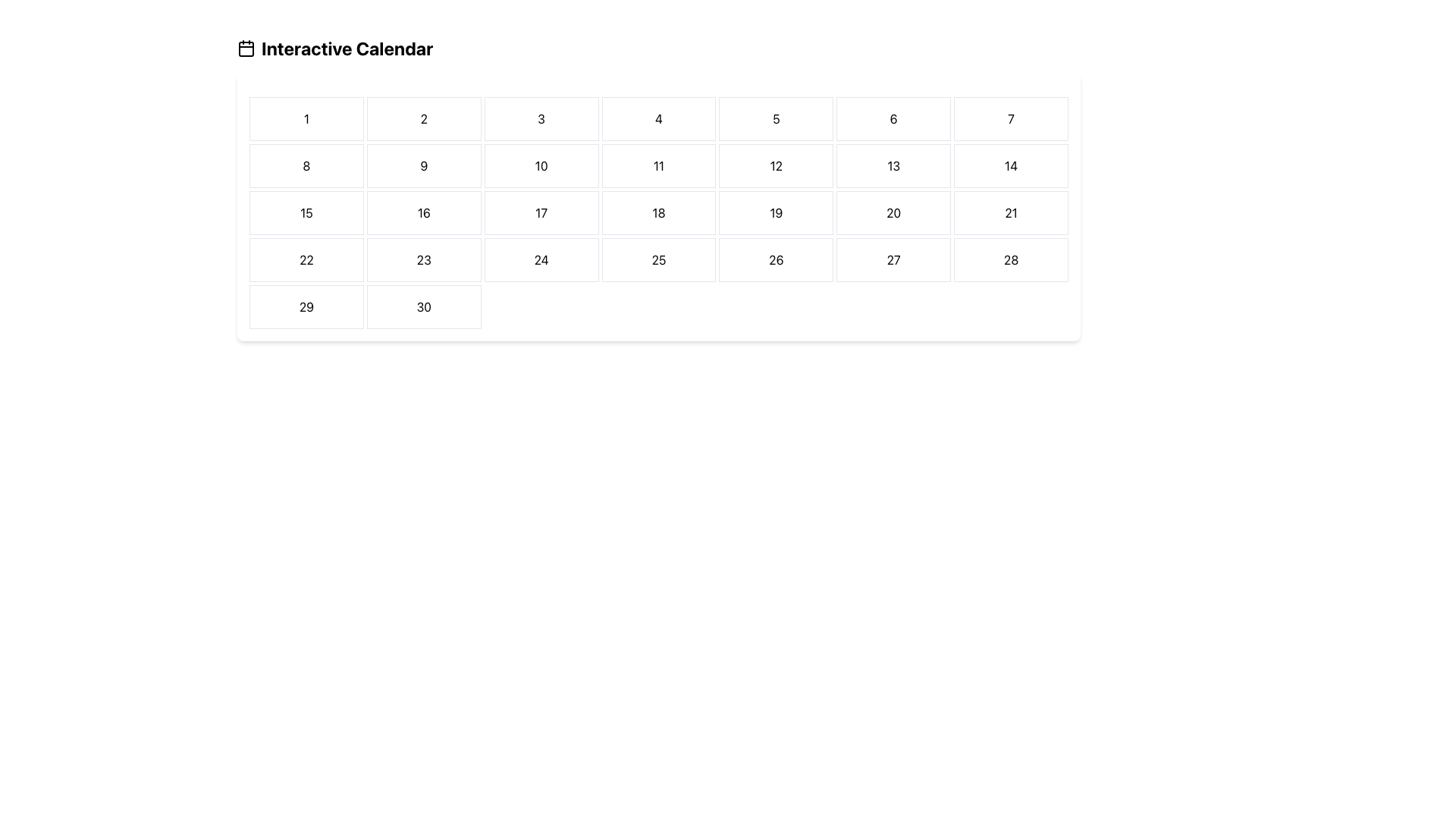 The image size is (1456, 819). What do you see at coordinates (541, 118) in the screenshot?
I see `the third cell in the first row of the interactive grid, which is positioned between the cells containing '2' and '4'` at bounding box center [541, 118].